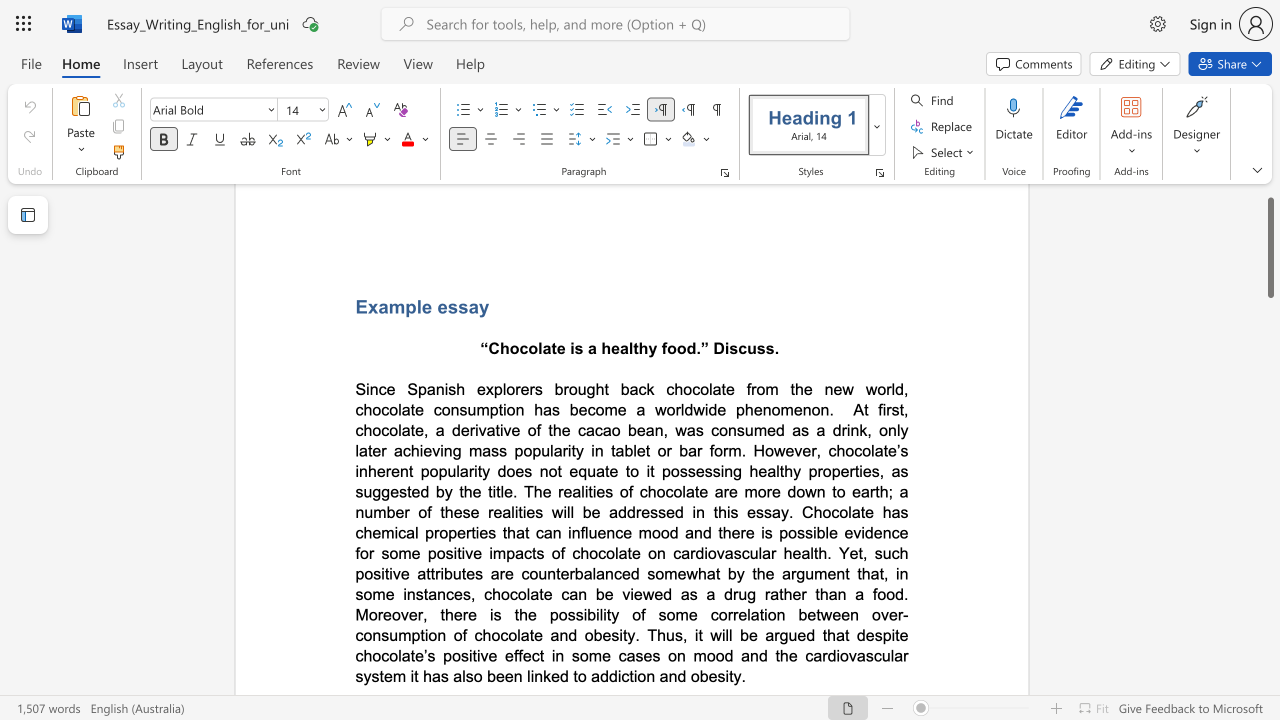  I want to click on the scrollbar and move up 20 pixels, so click(1269, 247).